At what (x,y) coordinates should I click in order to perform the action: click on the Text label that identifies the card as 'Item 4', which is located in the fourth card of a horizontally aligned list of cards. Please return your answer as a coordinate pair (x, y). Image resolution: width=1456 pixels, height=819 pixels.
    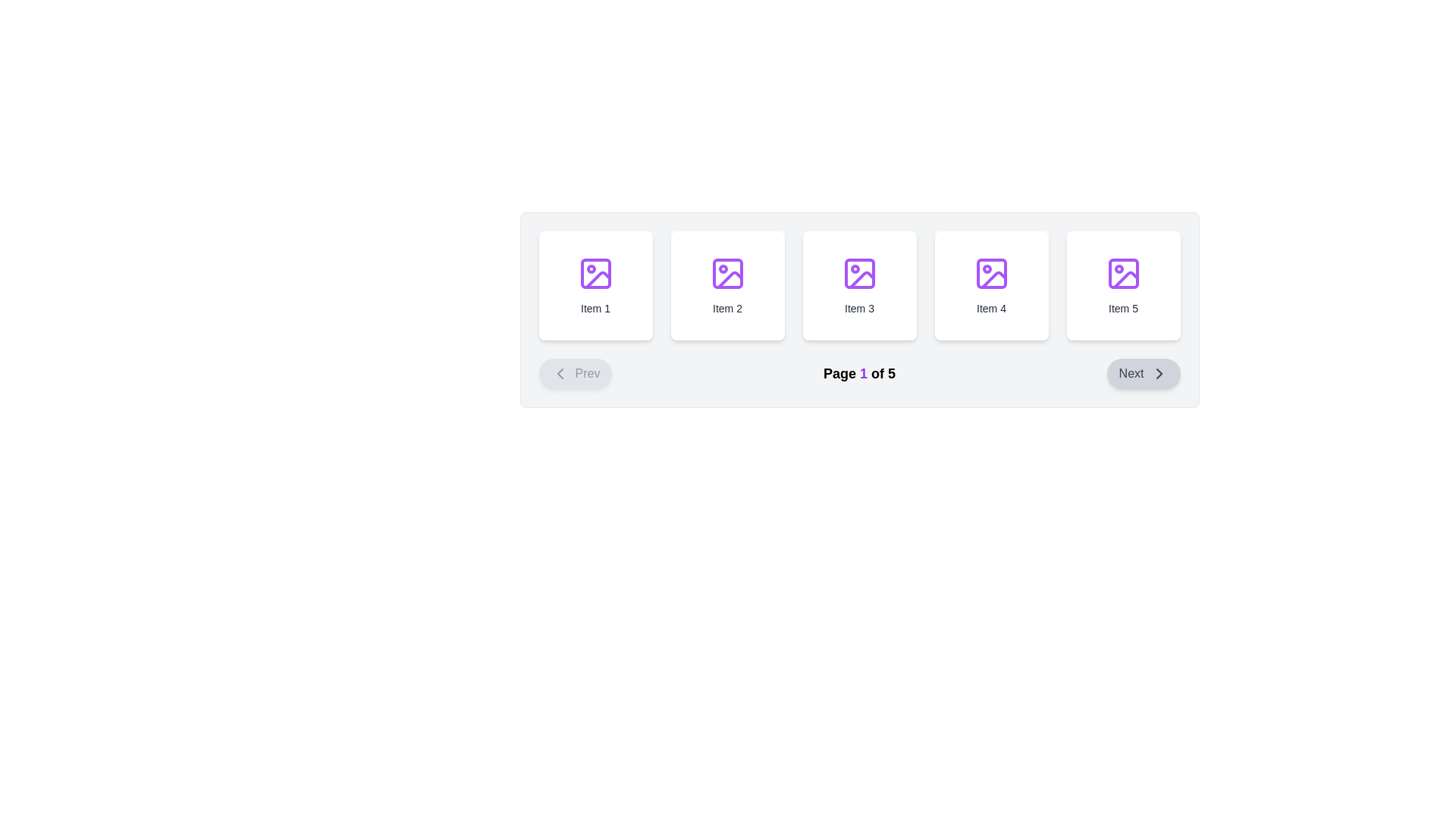
    Looking at the image, I should click on (991, 308).